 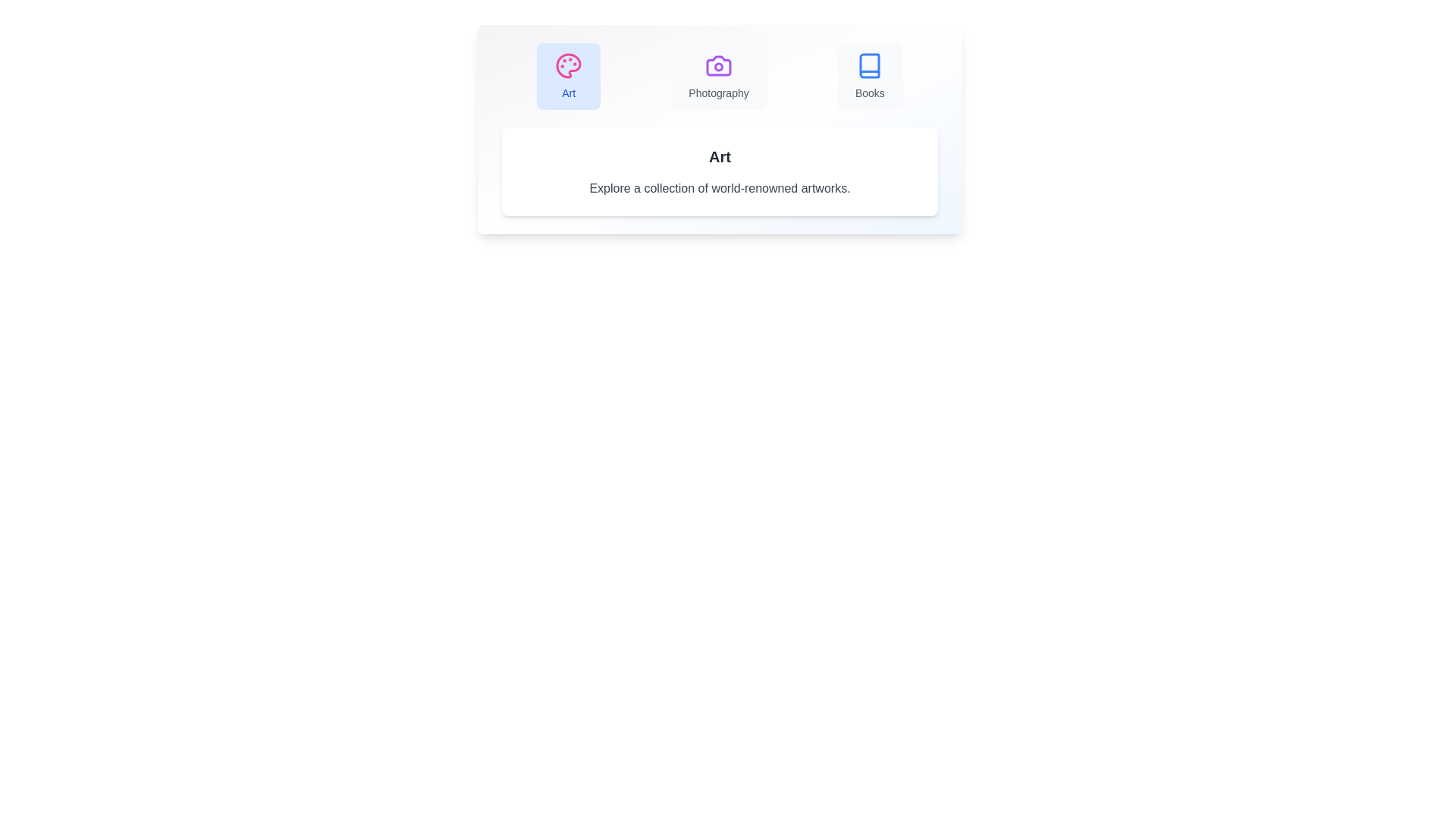 I want to click on the Books tab to view its content, so click(x=870, y=76).